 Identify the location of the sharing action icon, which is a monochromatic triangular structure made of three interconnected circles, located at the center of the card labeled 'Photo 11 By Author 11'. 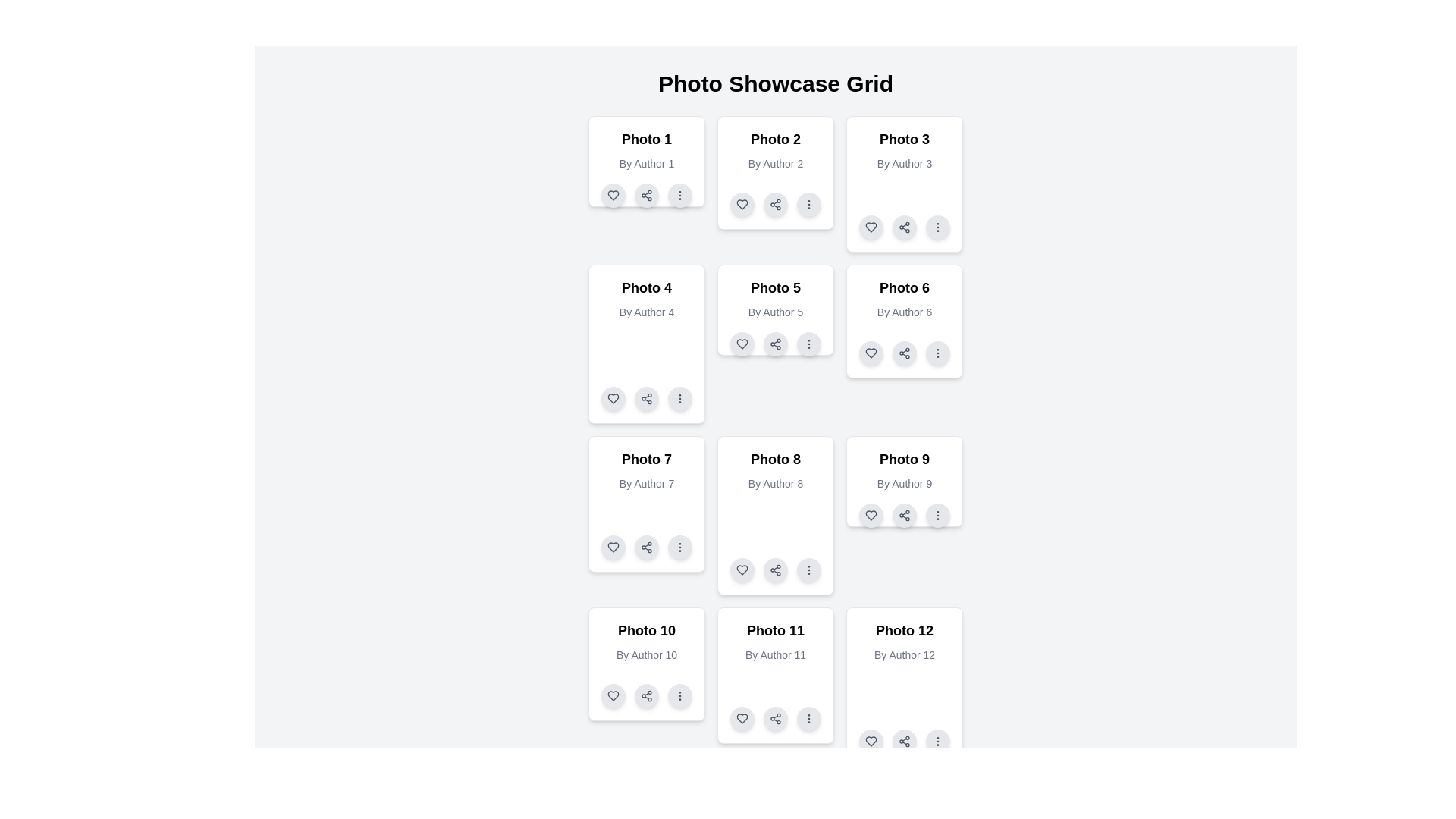
(775, 718).